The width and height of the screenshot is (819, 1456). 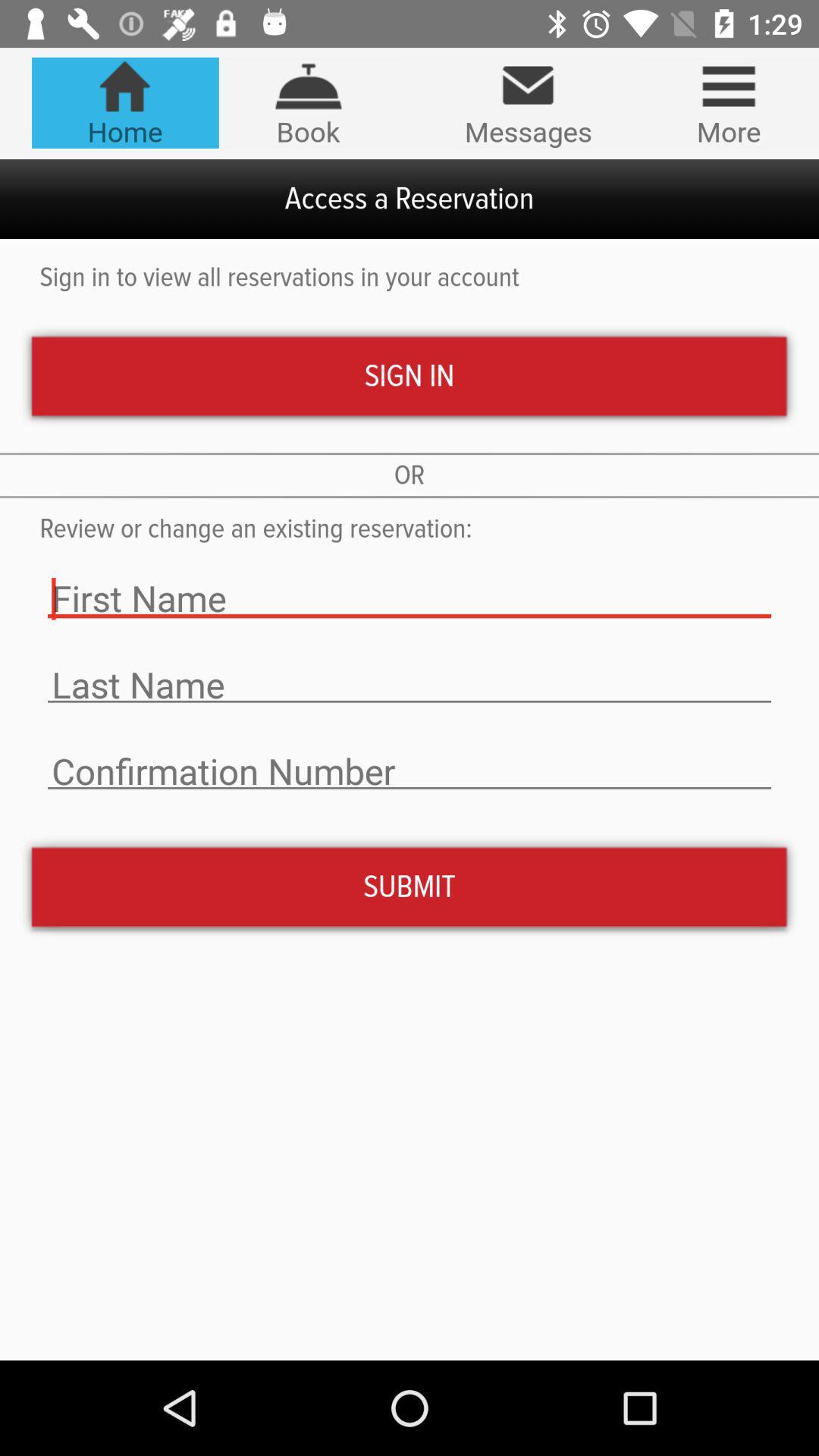 I want to click on book icon, so click(x=307, y=102).